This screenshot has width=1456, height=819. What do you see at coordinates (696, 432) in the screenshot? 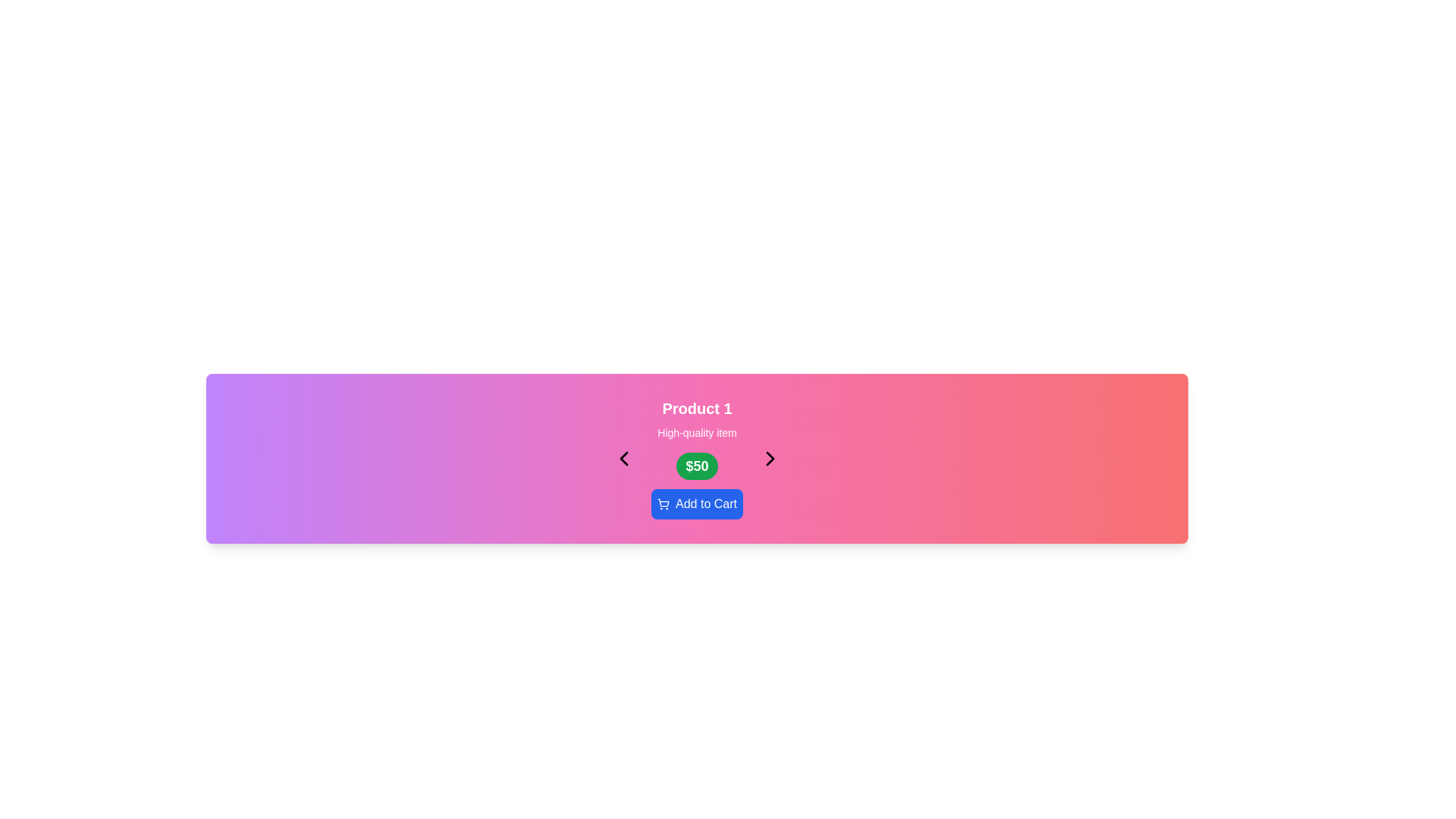
I see `the informational text label that provides a brief description about 'Product 1', positioned above the price button displaying '$50'` at bounding box center [696, 432].